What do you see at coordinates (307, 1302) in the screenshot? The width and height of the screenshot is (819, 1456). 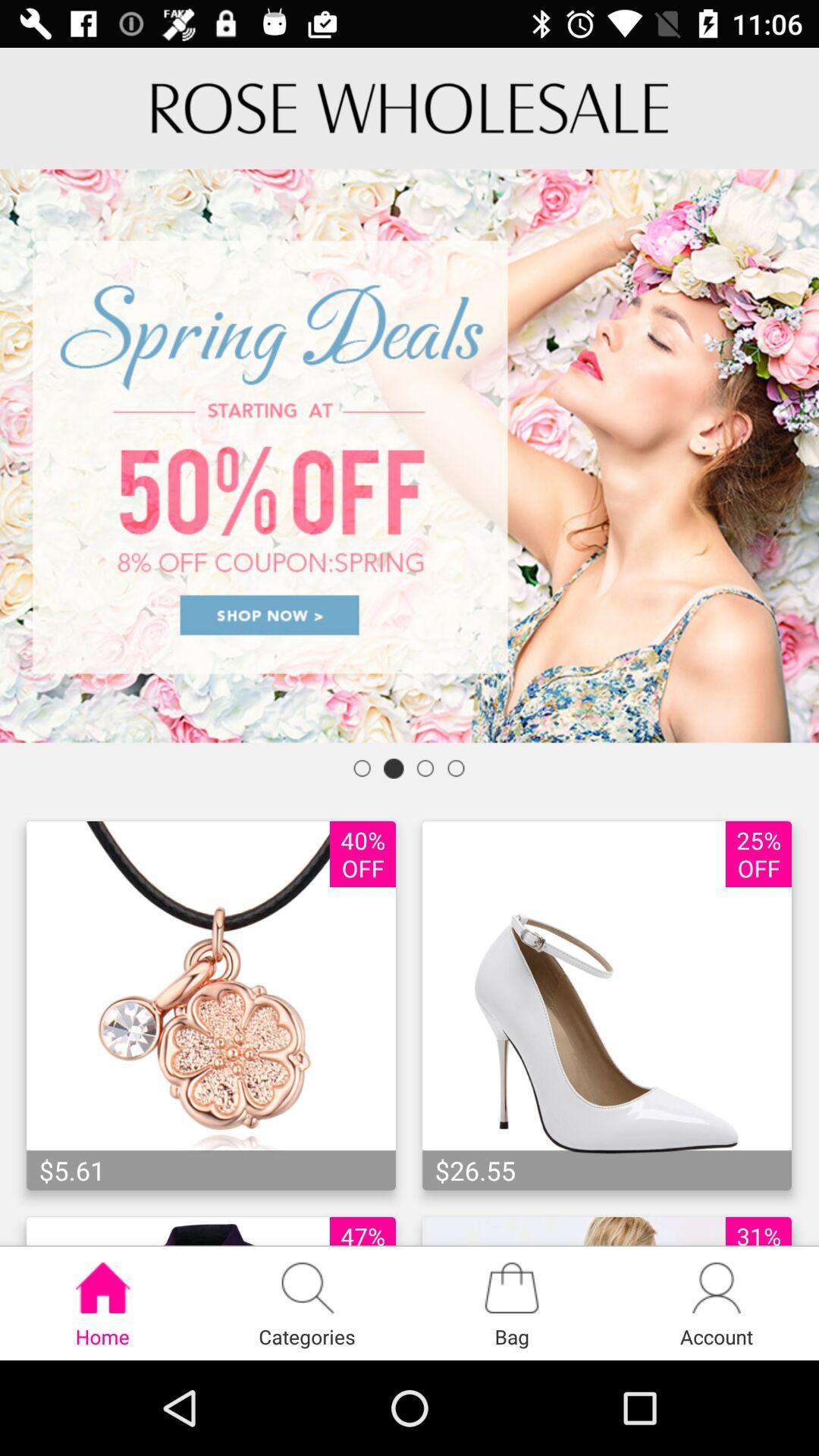 I see `second option at bottom left` at bounding box center [307, 1302].